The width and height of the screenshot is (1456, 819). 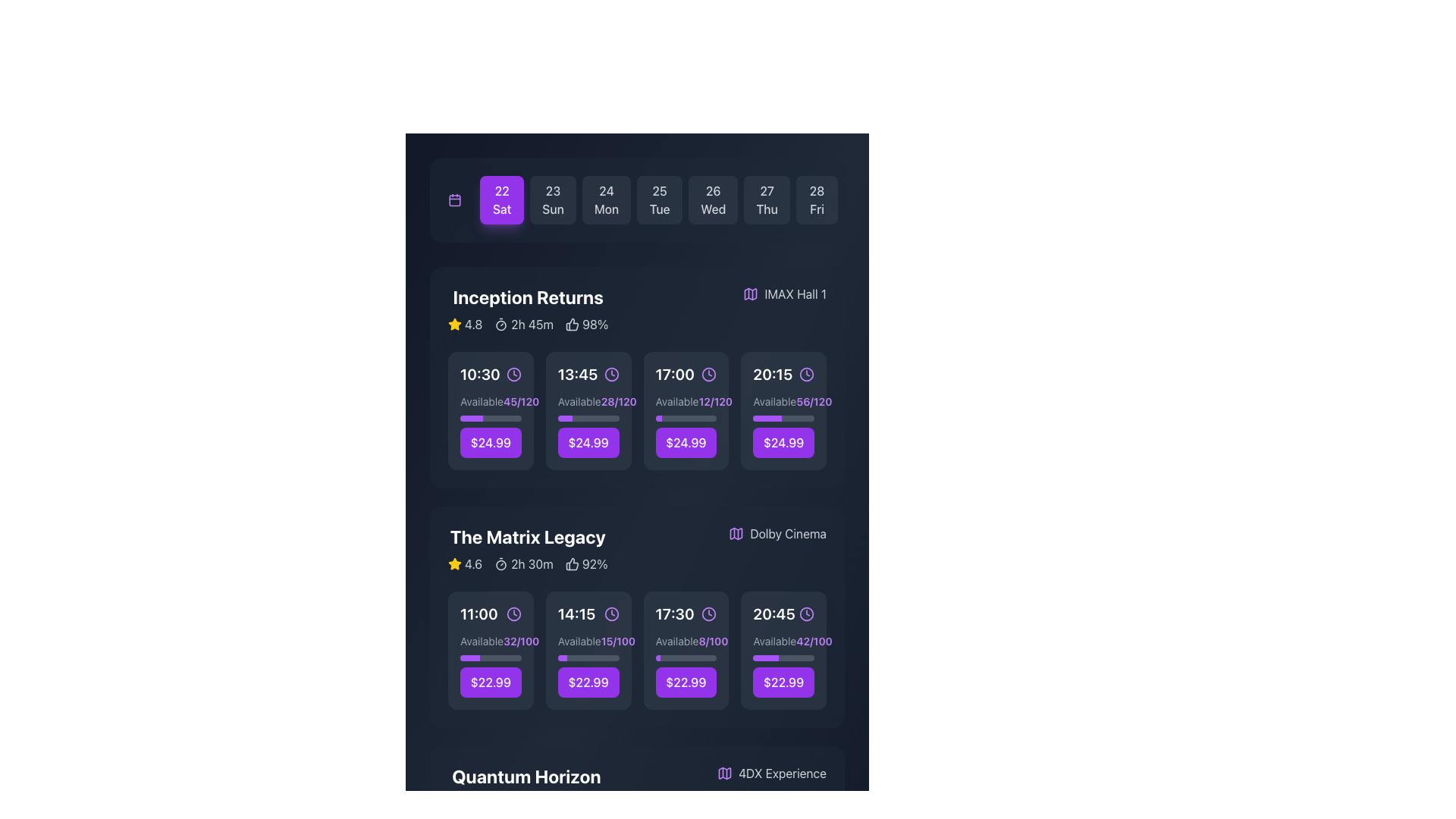 I want to click on the thumbs-up icon with a white outline located under 'The Matrix Legacy' and adjacent to the rating '92%', so click(x=571, y=564).